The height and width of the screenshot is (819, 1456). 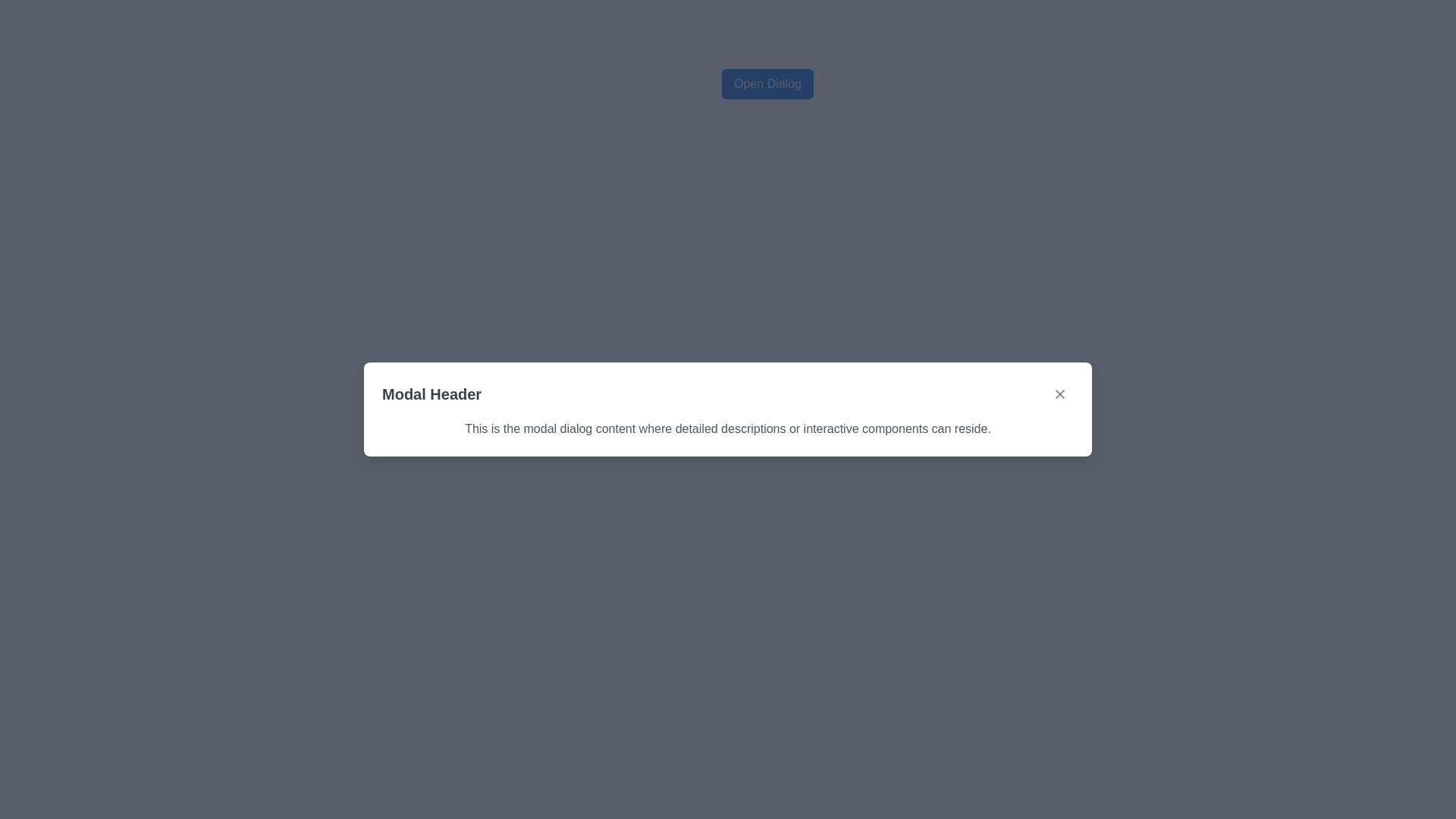 What do you see at coordinates (1059, 394) in the screenshot?
I see `the close icon located in the top-right corner of the modal header to trigger a visual change, such as a color change` at bounding box center [1059, 394].